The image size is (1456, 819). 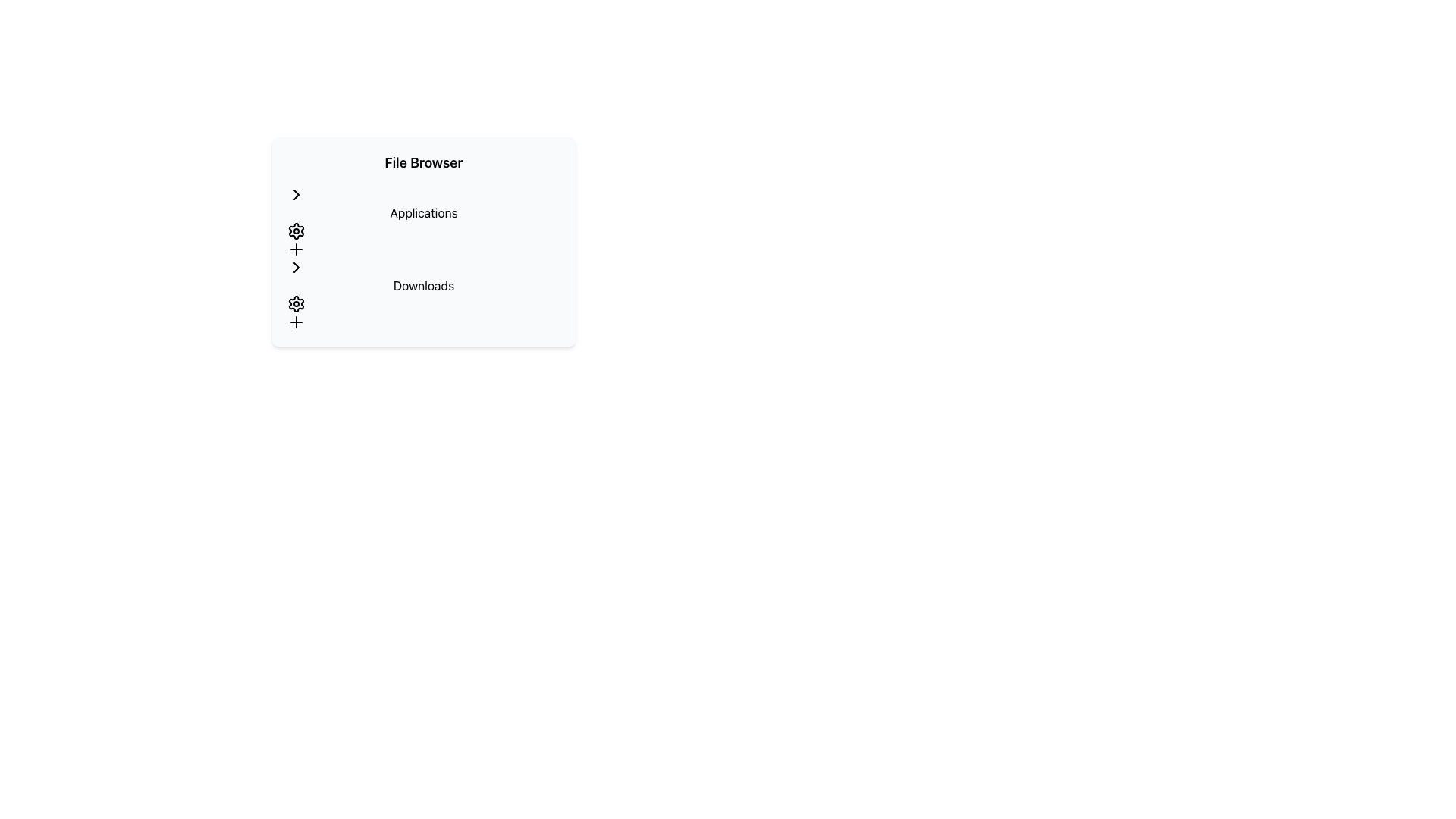 I want to click on the plus icon styled as an outlined cross located in the third row of the left vertical icon list, so click(x=296, y=248).